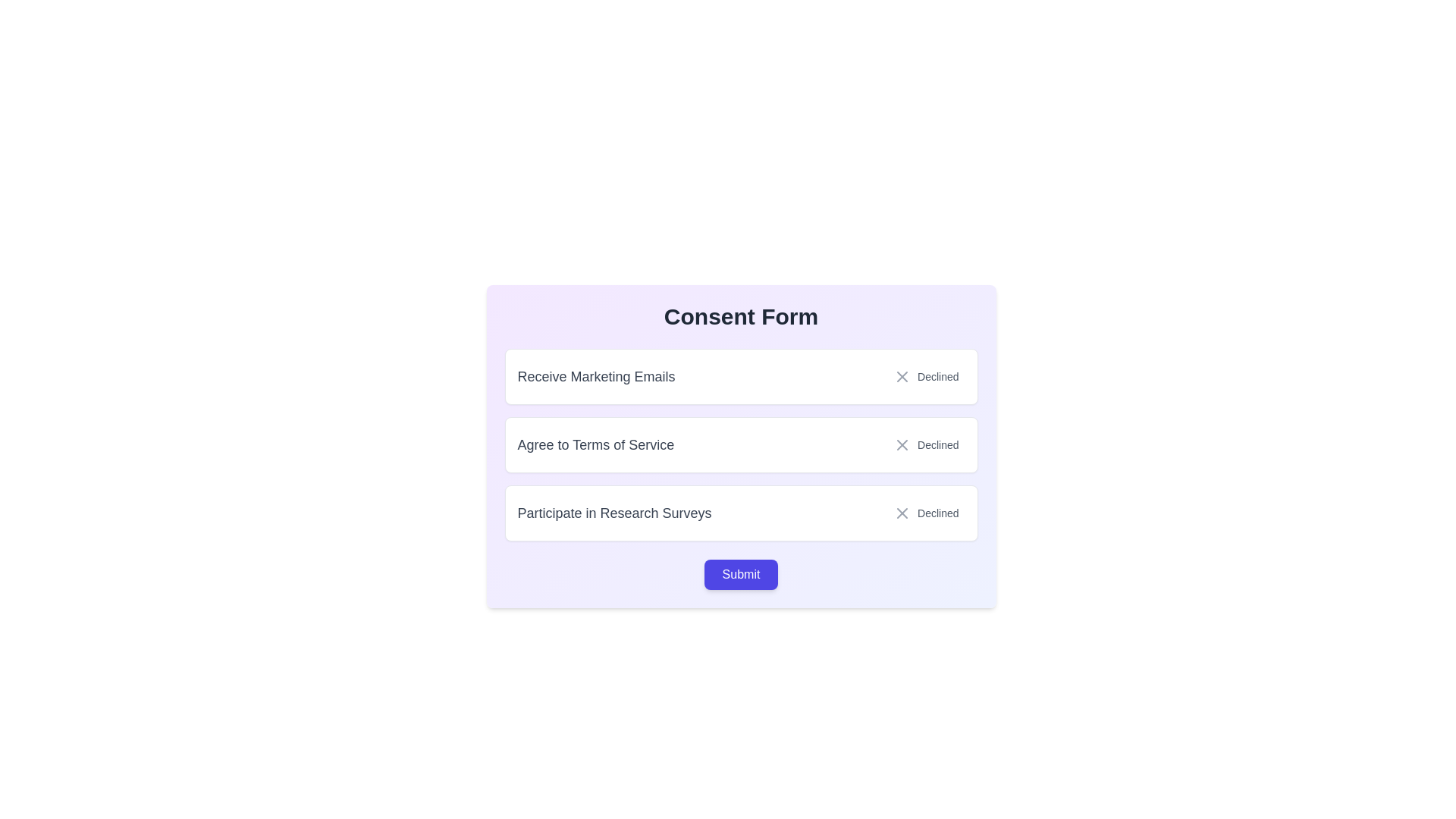 This screenshot has width=1456, height=819. Describe the element at coordinates (937, 376) in the screenshot. I see `the status indicator text label that shows 'Receive Marketing Emails' has been declined, located in the first row beneath the 'Consent Form' header, to the far right next to the 'X' icon` at that location.